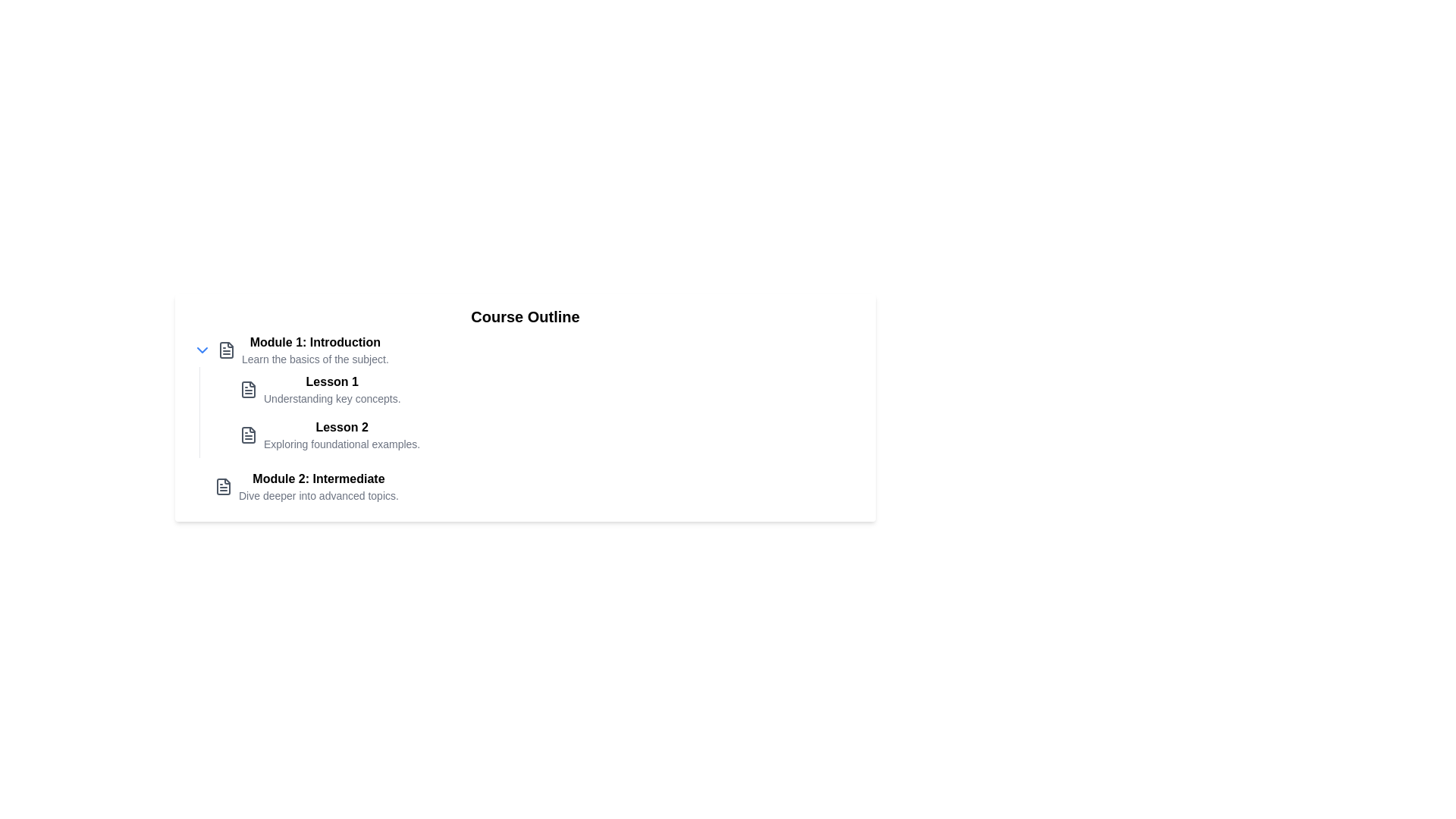  I want to click on text label 'Module 2: Intermediate' which is styled in bold and serves as a title for the module in the course outline interface, so click(318, 479).